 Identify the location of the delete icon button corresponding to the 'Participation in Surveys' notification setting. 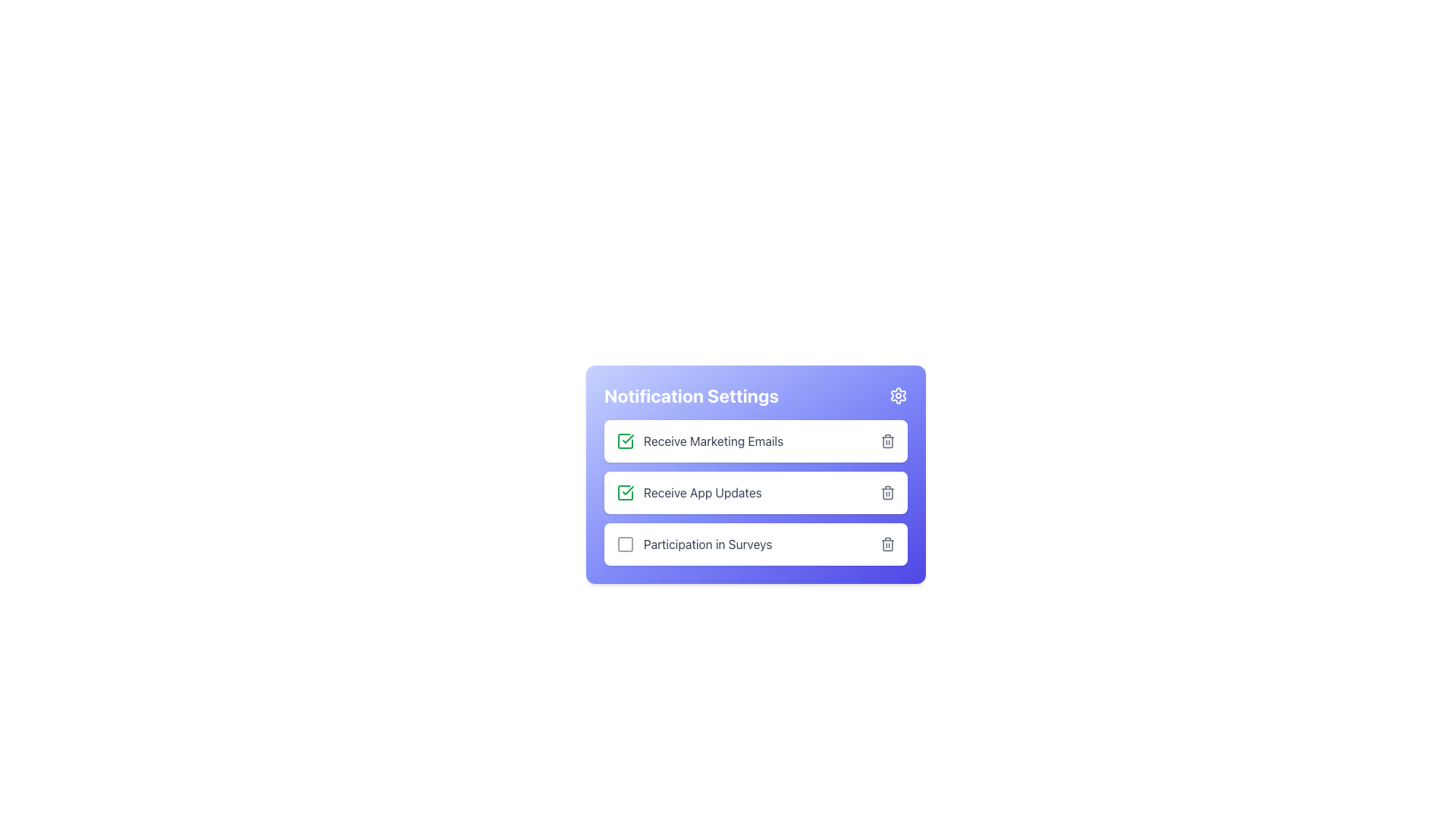
(888, 543).